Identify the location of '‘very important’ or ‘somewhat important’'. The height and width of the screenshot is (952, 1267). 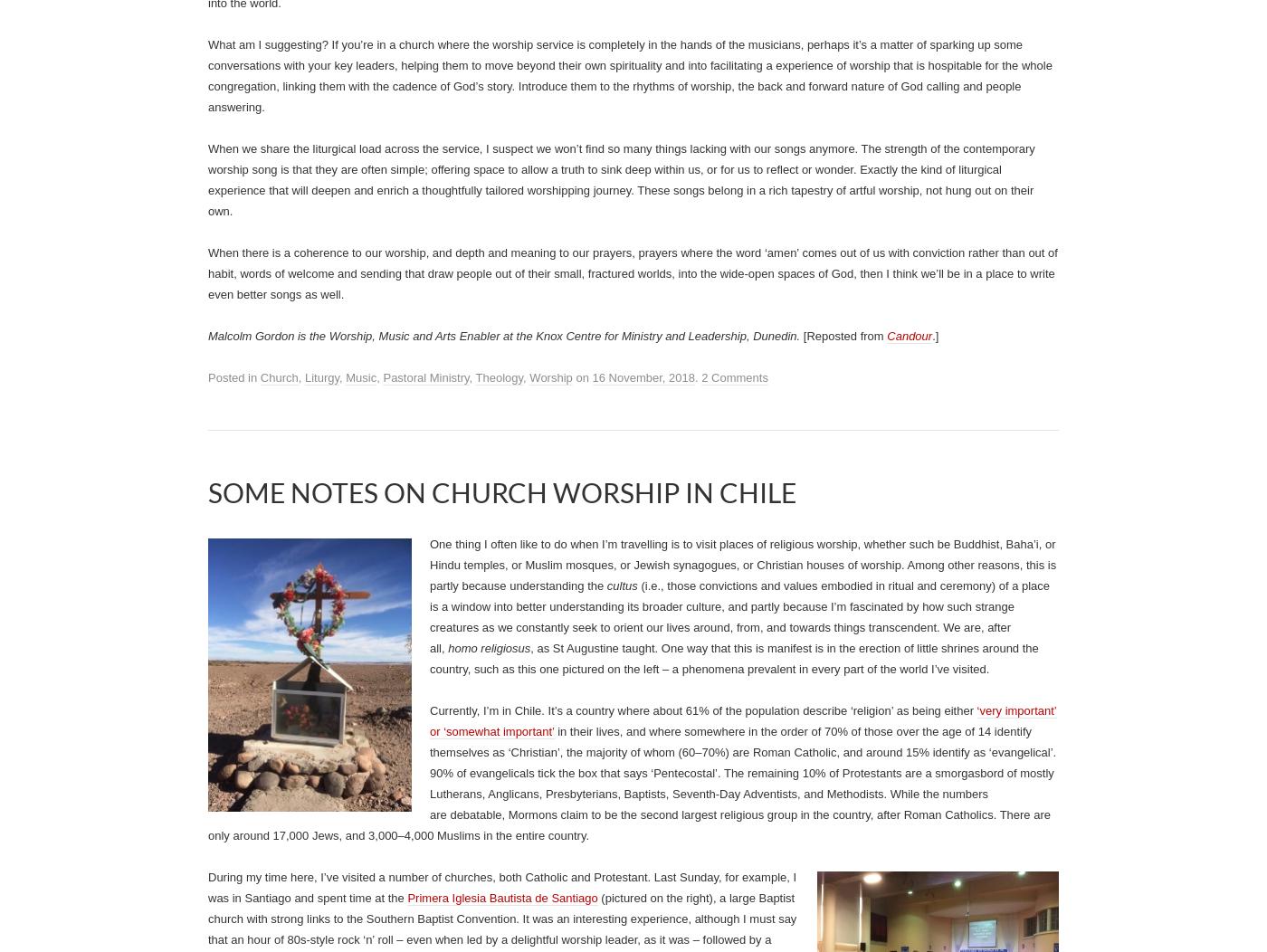
(430, 720).